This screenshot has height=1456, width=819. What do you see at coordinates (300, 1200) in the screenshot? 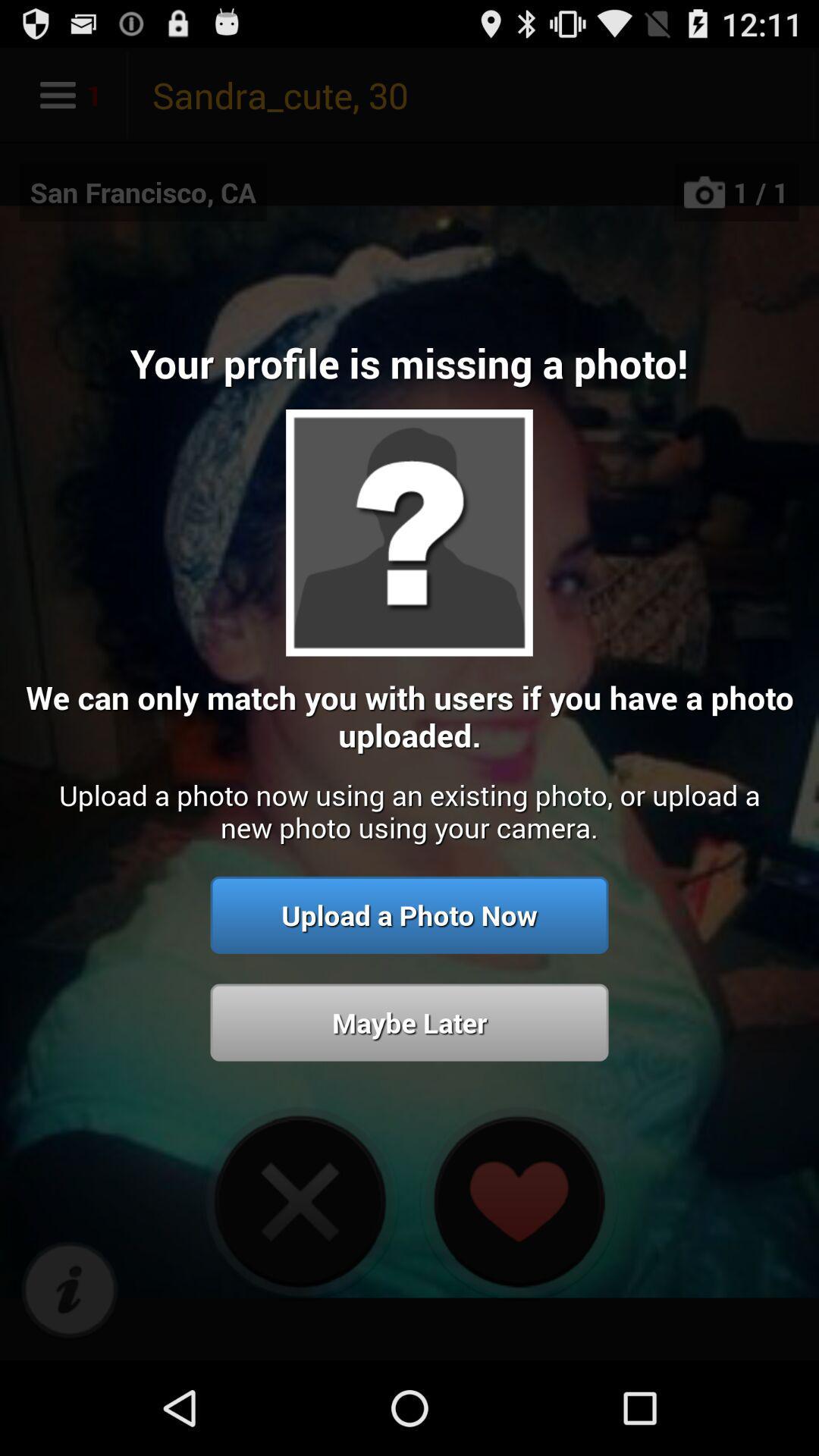
I see `rejected option` at bounding box center [300, 1200].